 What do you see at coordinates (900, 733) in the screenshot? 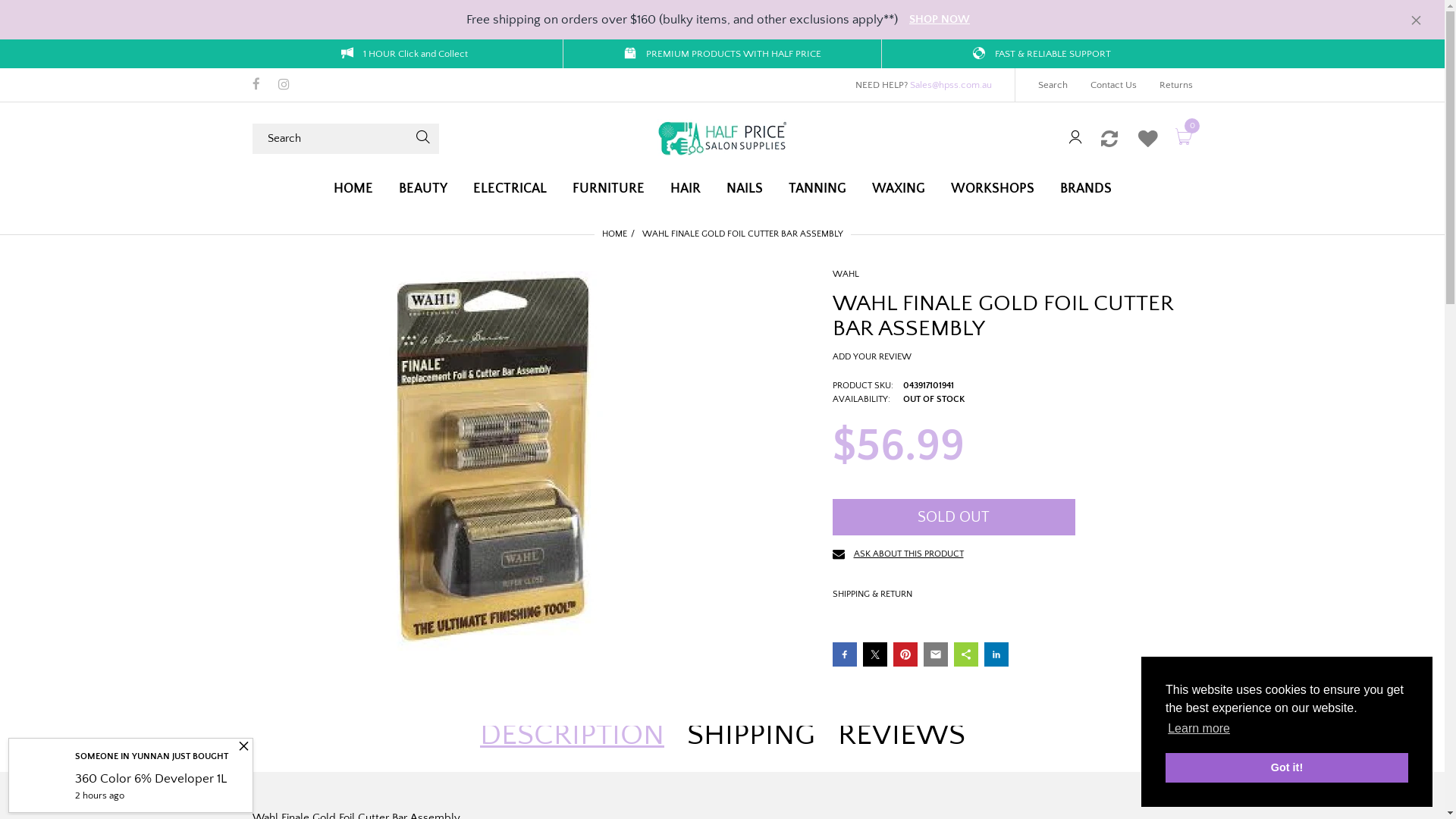
I see `'REVIEWS'` at bounding box center [900, 733].